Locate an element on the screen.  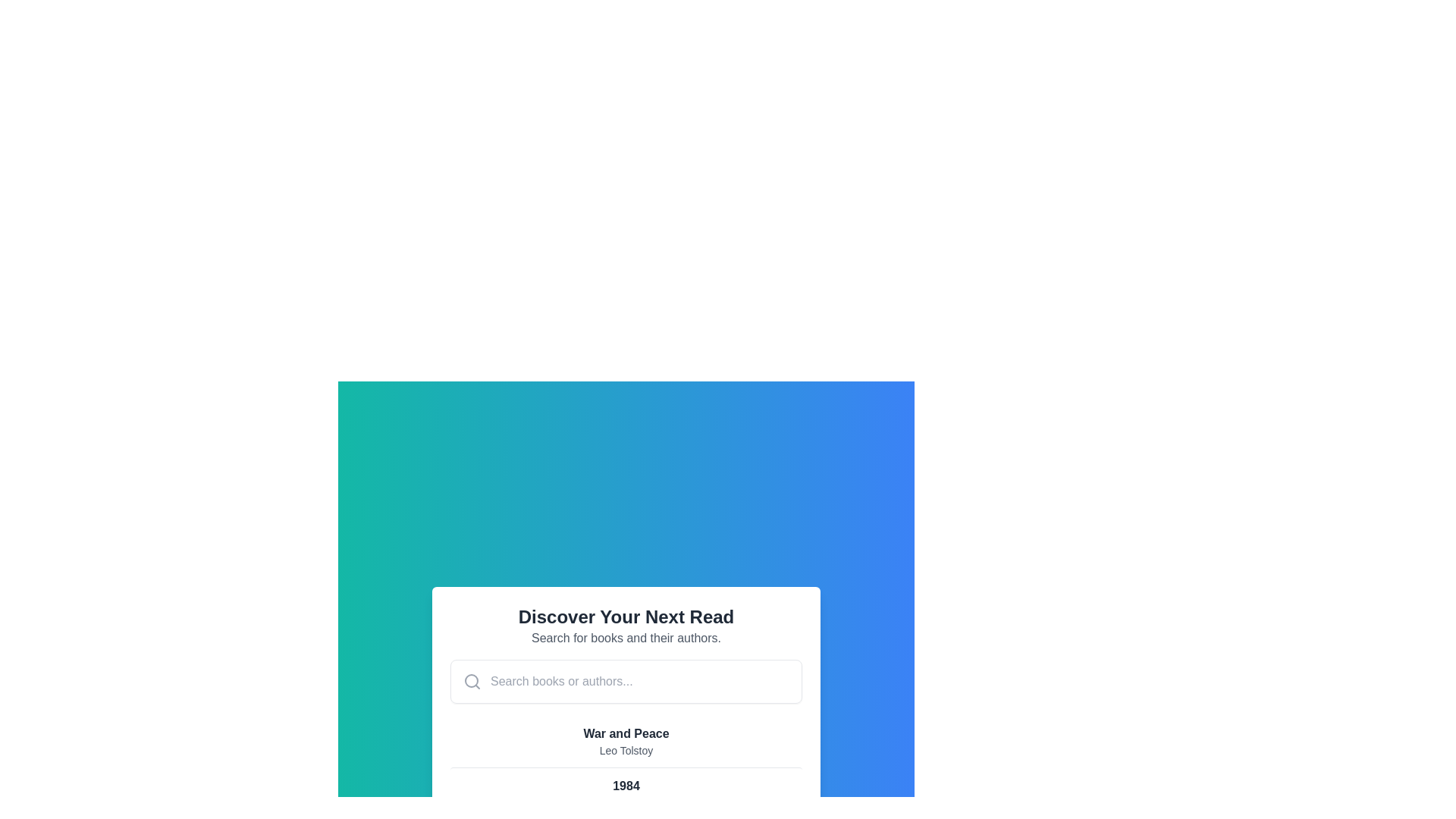
descriptive text element that contains 'Search for books and their authors.' located below the header 'Discover Your Next Read' is located at coordinates (626, 638).